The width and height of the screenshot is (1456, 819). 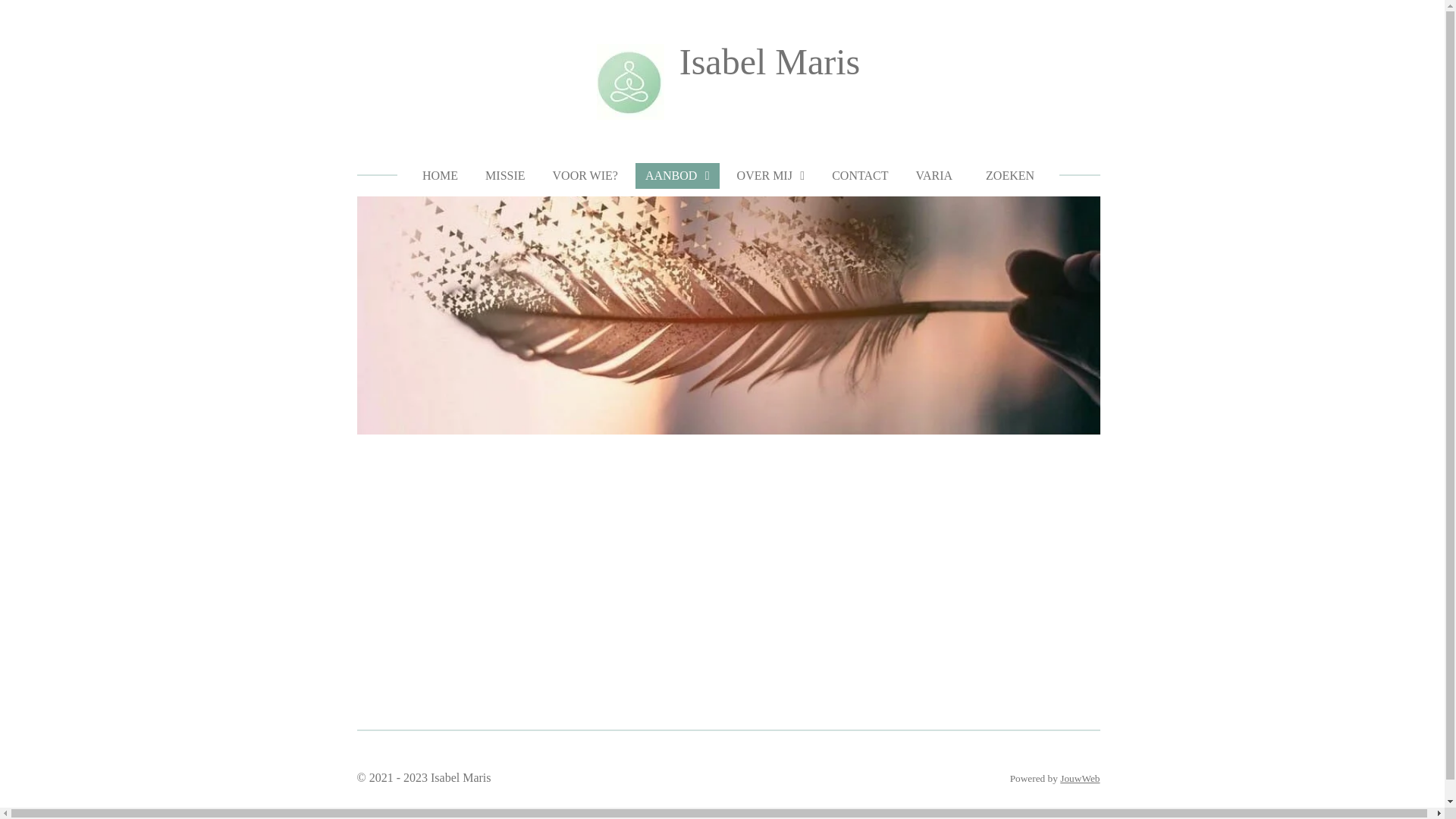 I want to click on 'JouwWeb', so click(x=1079, y=778).